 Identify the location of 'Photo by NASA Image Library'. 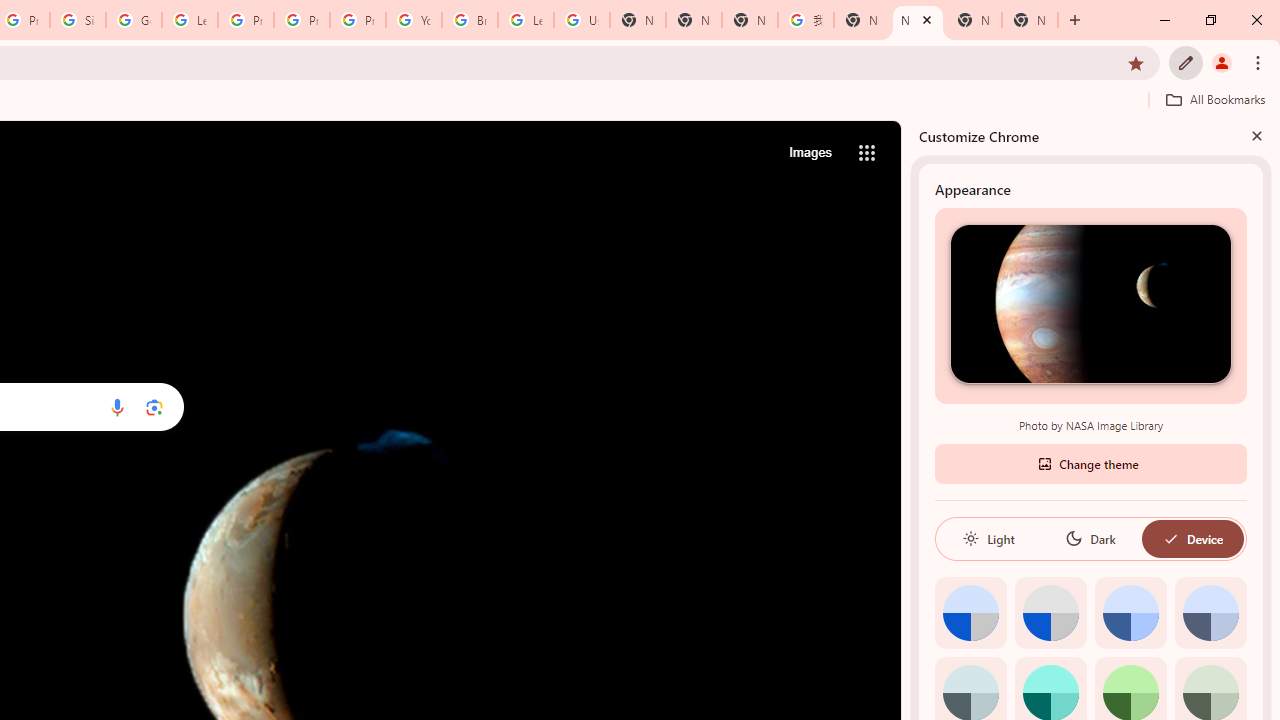
(1089, 303).